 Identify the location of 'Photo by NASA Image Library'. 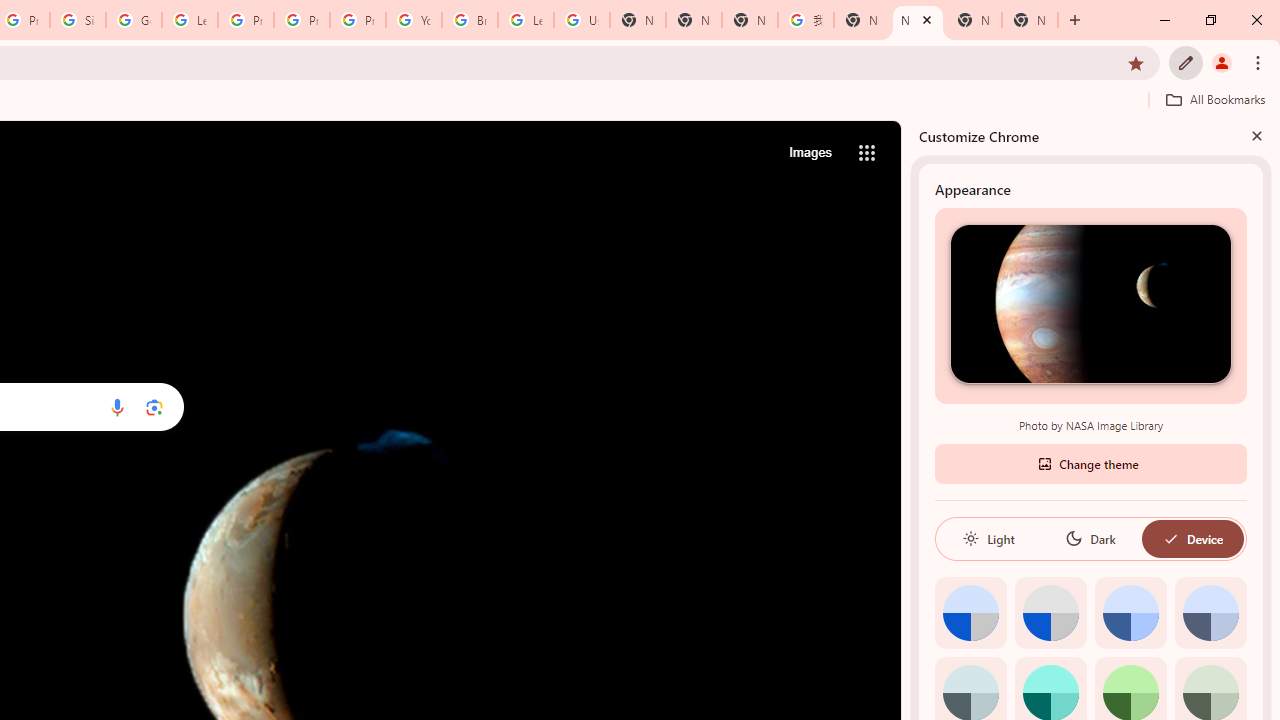
(1089, 303).